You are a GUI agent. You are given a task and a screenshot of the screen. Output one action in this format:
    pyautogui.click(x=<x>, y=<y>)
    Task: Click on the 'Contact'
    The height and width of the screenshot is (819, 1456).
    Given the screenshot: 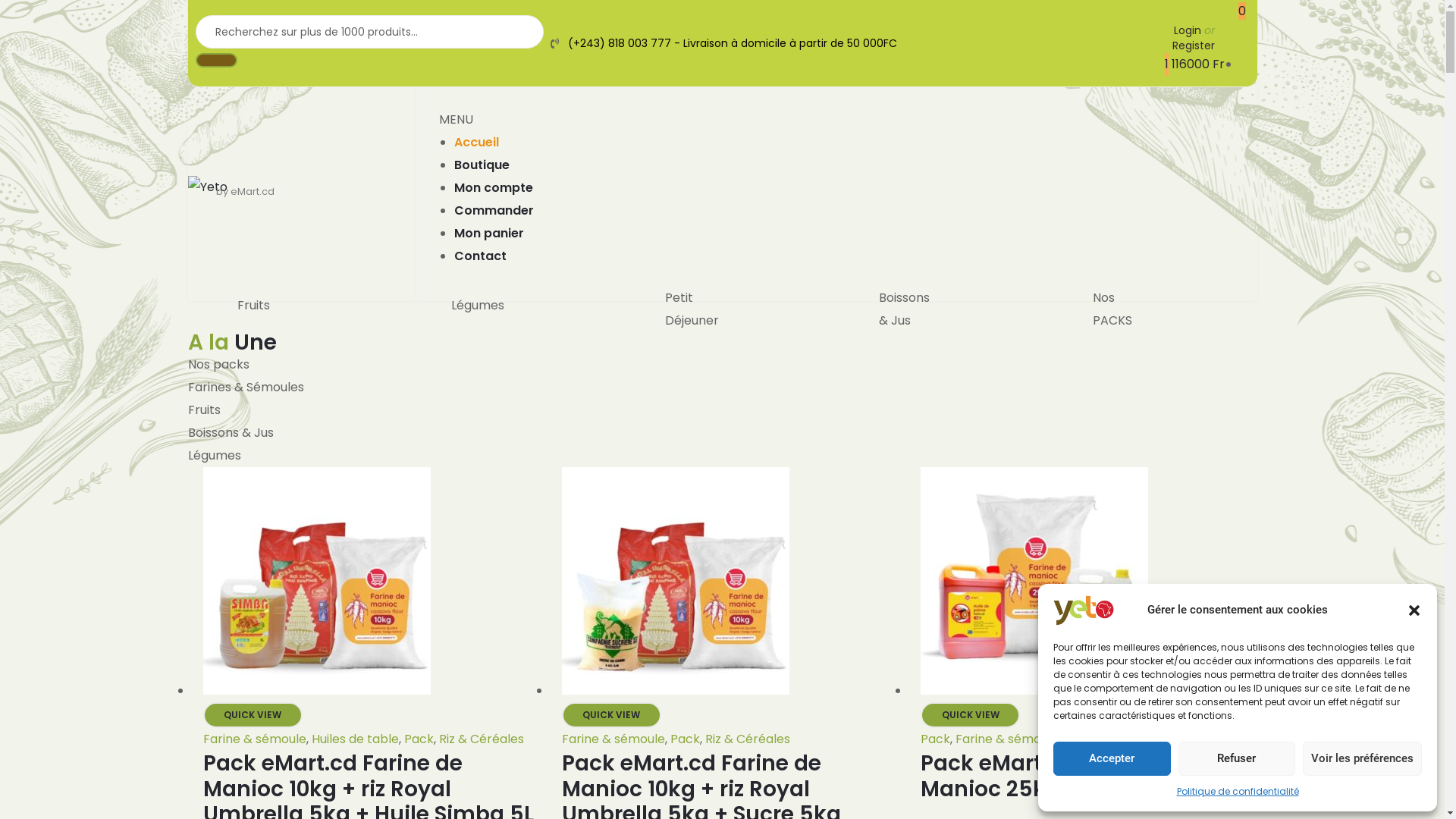 What is the action you would take?
    pyautogui.click(x=479, y=255)
    